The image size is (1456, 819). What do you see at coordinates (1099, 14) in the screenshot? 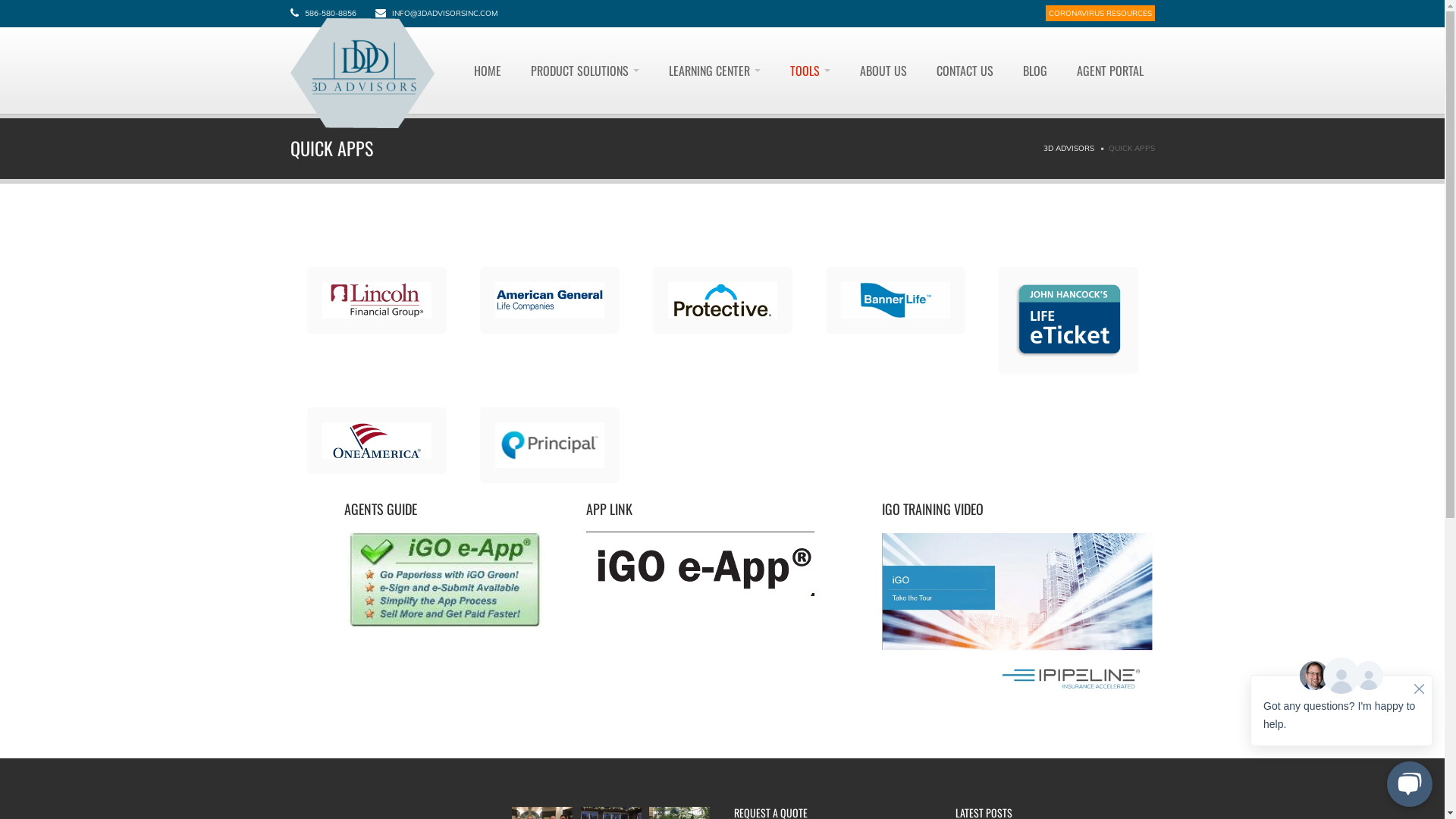
I see `'CORONAVIRUS RESOURCES'` at bounding box center [1099, 14].